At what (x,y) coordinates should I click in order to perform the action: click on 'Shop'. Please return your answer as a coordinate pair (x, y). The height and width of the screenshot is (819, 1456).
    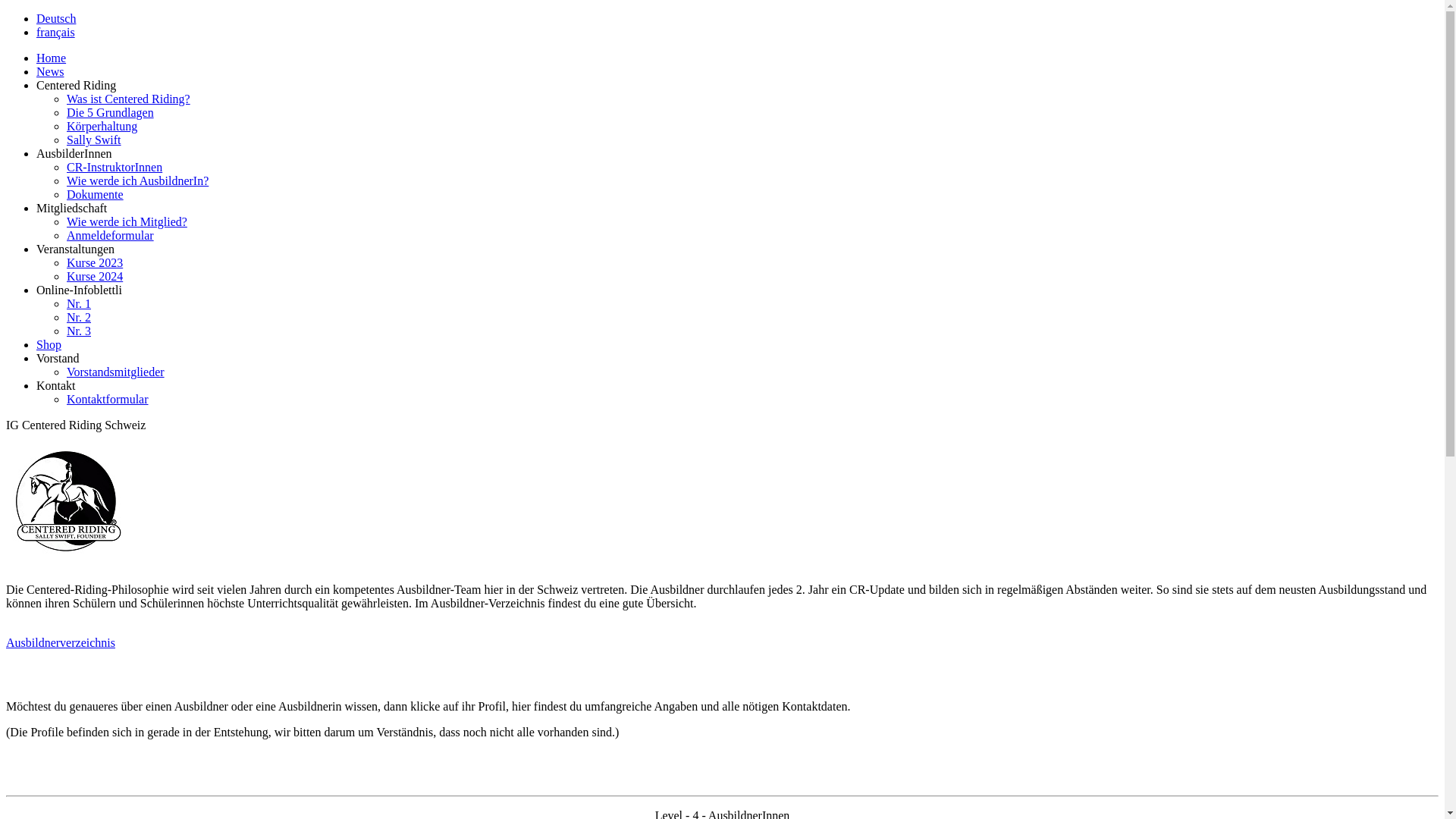
    Looking at the image, I should click on (49, 344).